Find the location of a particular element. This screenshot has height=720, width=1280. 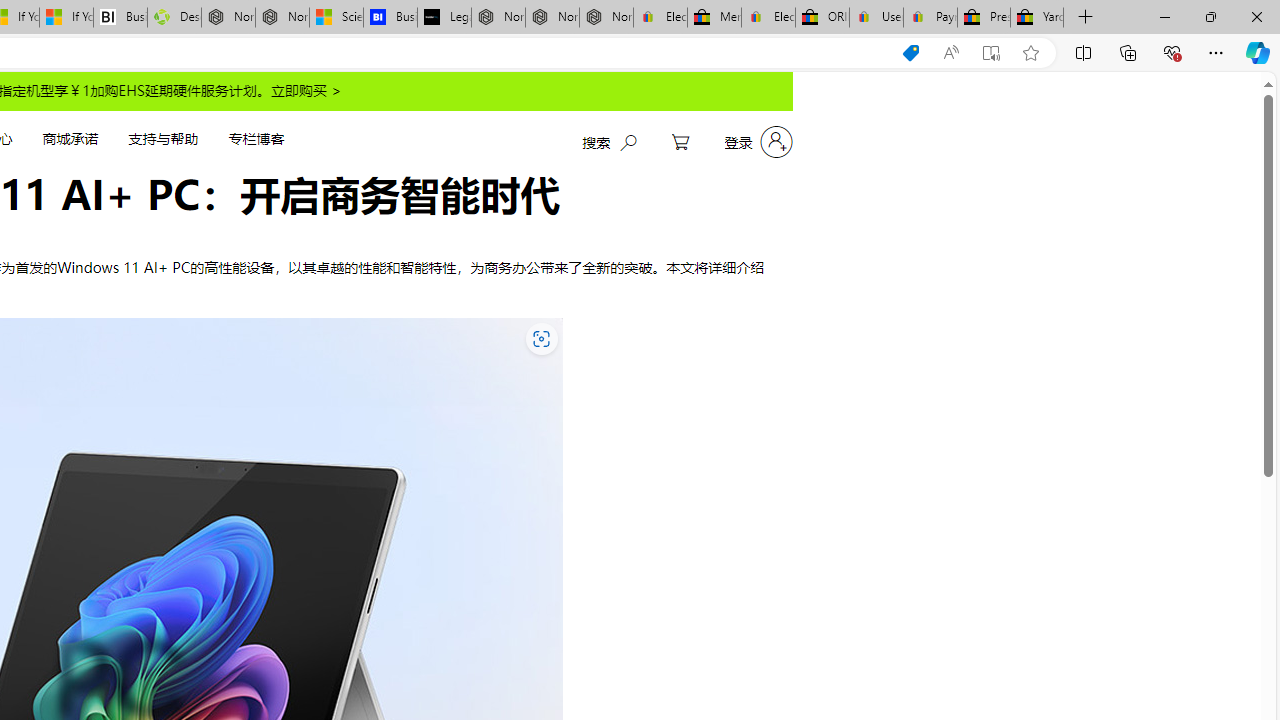

'My Cart' is located at coordinates (680, 141).